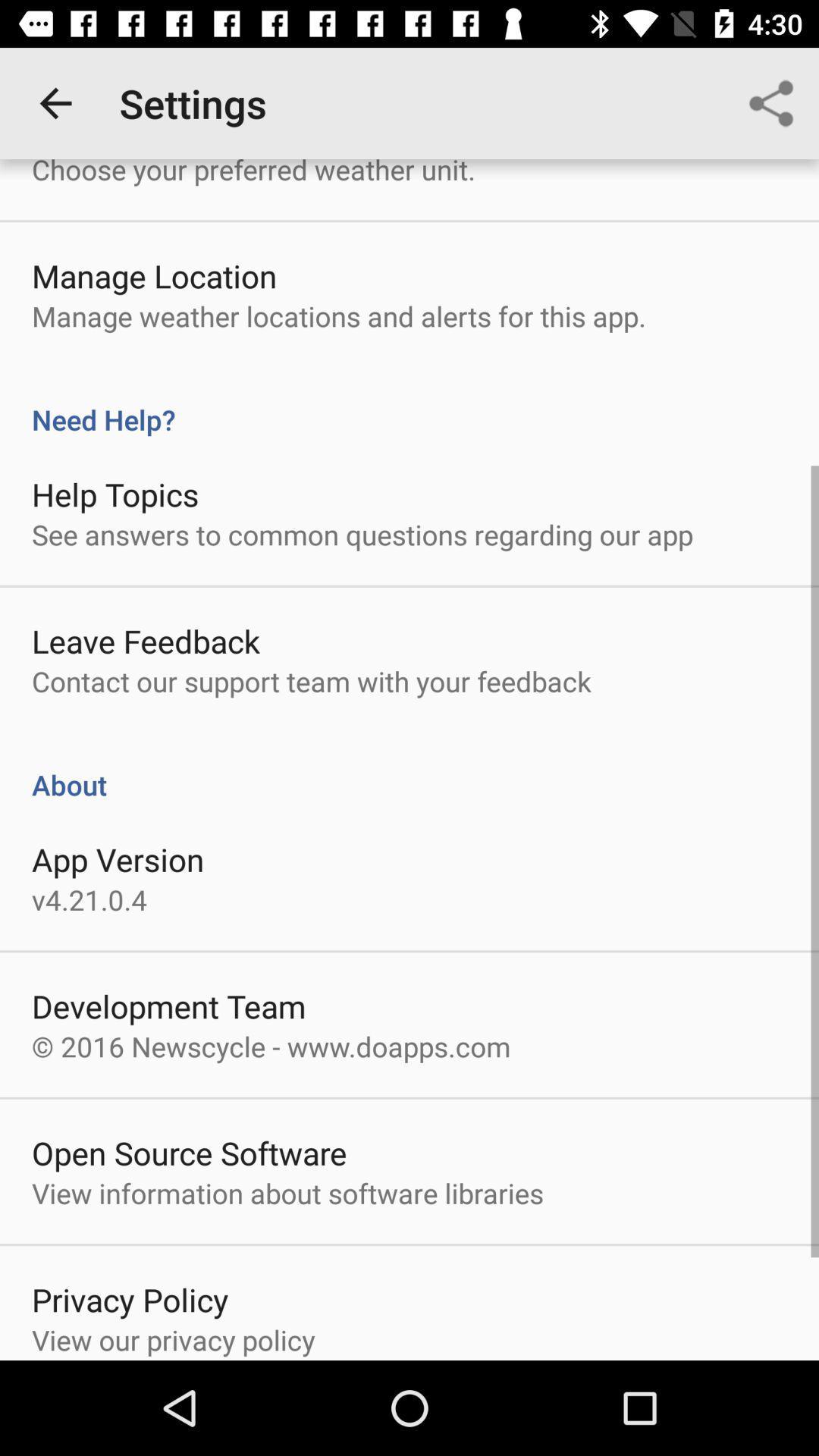 The image size is (819, 1456). I want to click on the 2016 newscycle www icon, so click(270, 1046).